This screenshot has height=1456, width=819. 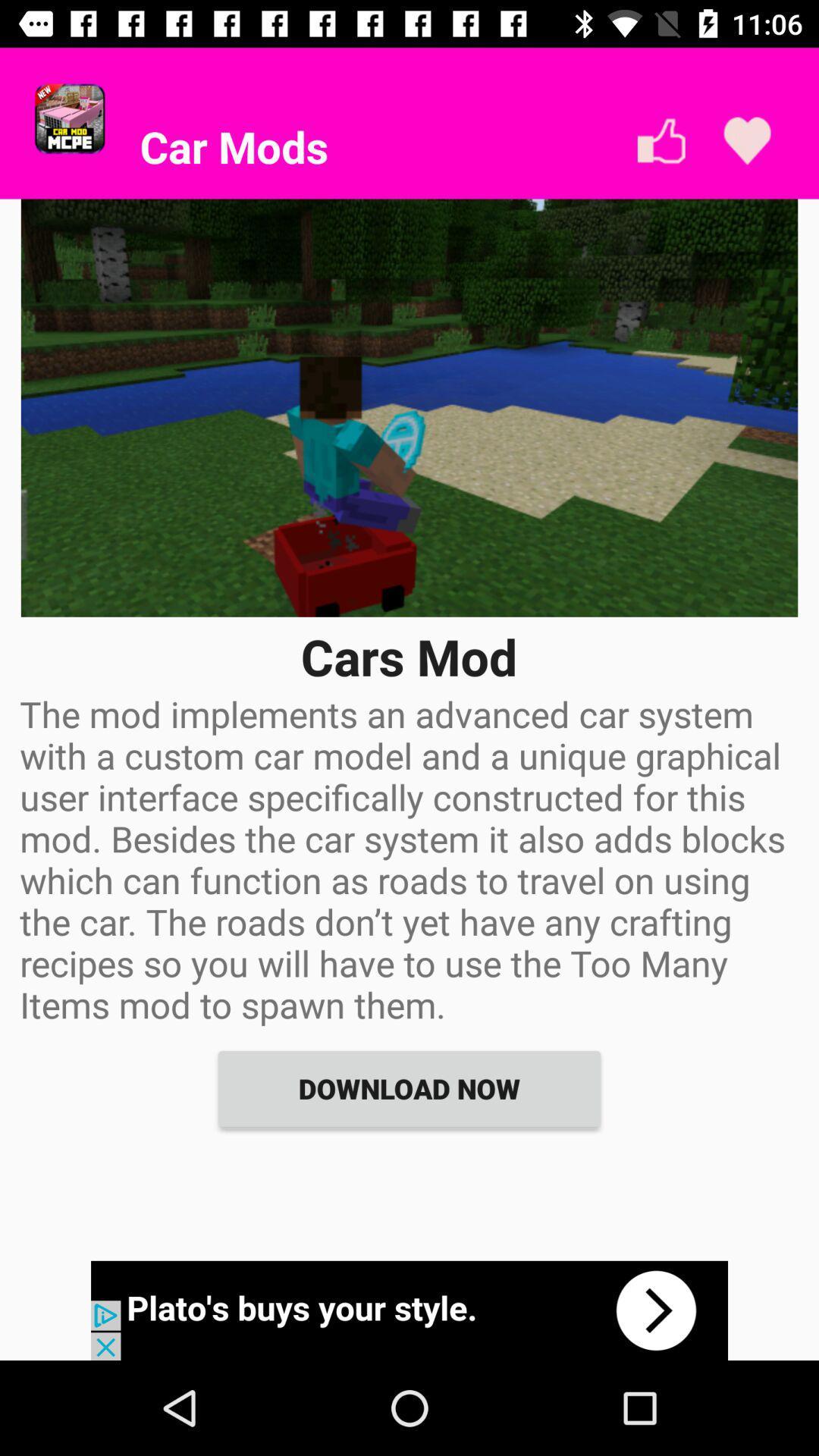 I want to click on like, so click(x=661, y=141).